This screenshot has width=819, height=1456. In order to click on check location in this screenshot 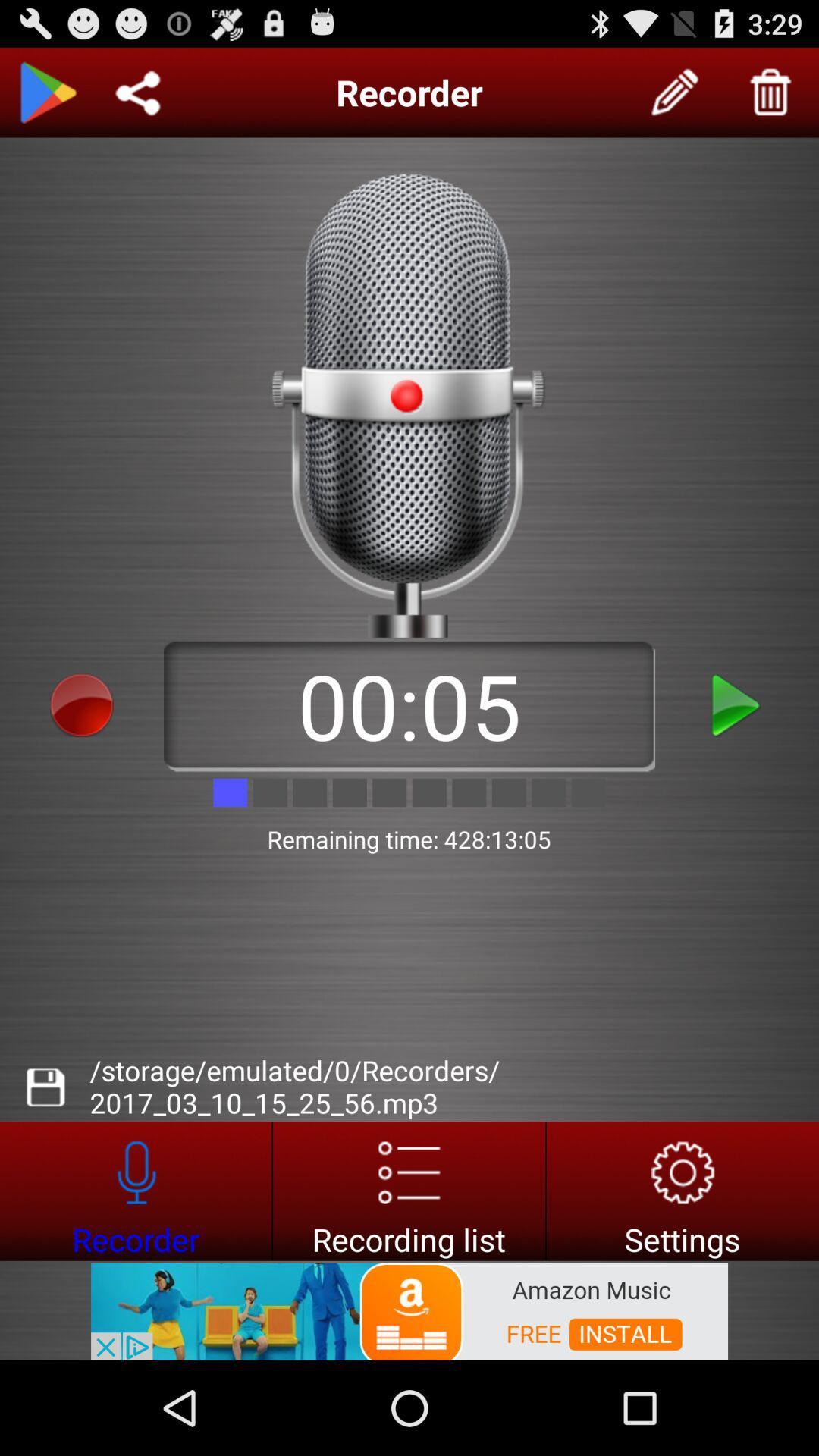, I will do `click(137, 92)`.